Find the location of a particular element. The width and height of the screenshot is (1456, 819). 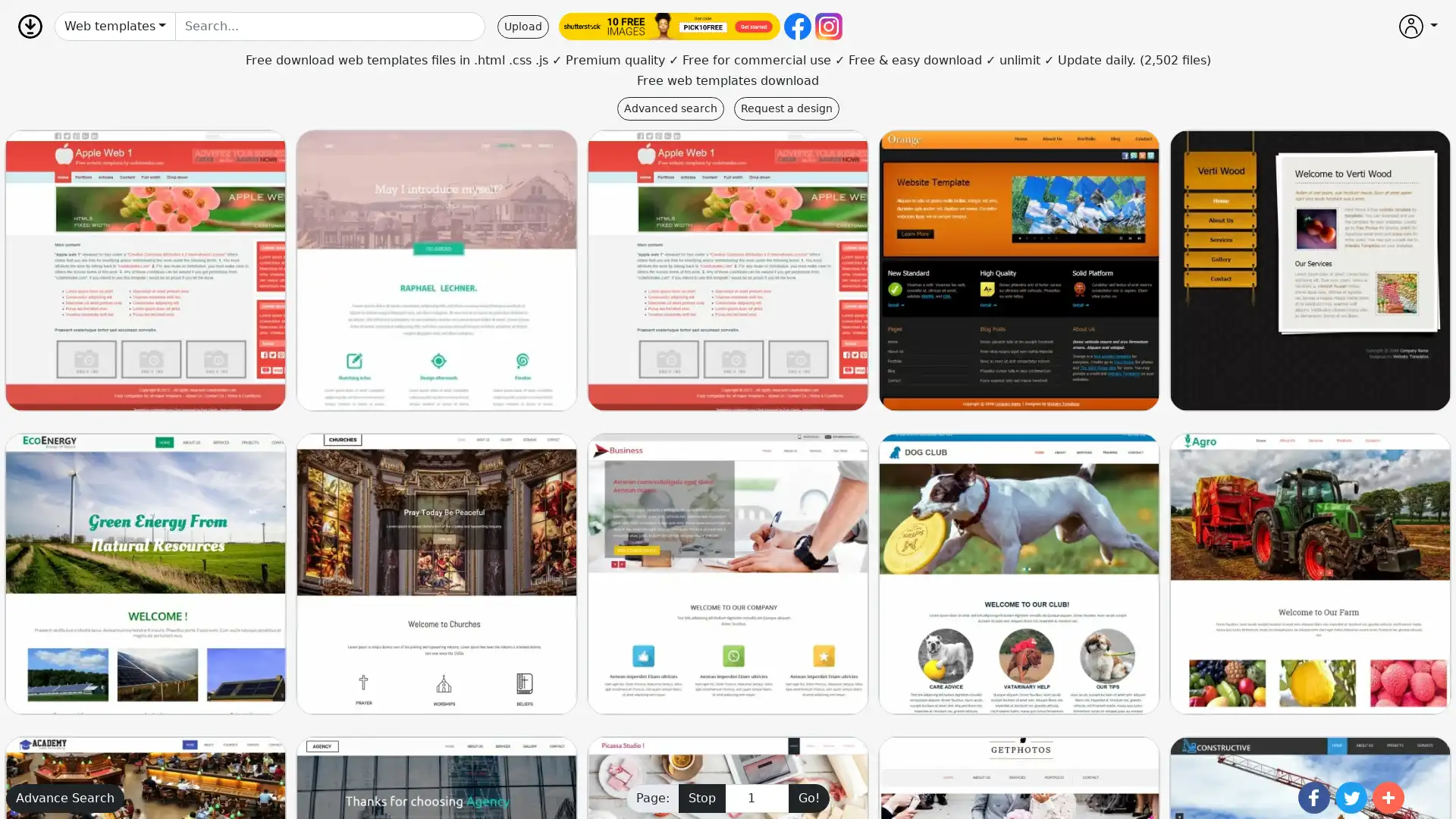

Go! is located at coordinates (808, 798).